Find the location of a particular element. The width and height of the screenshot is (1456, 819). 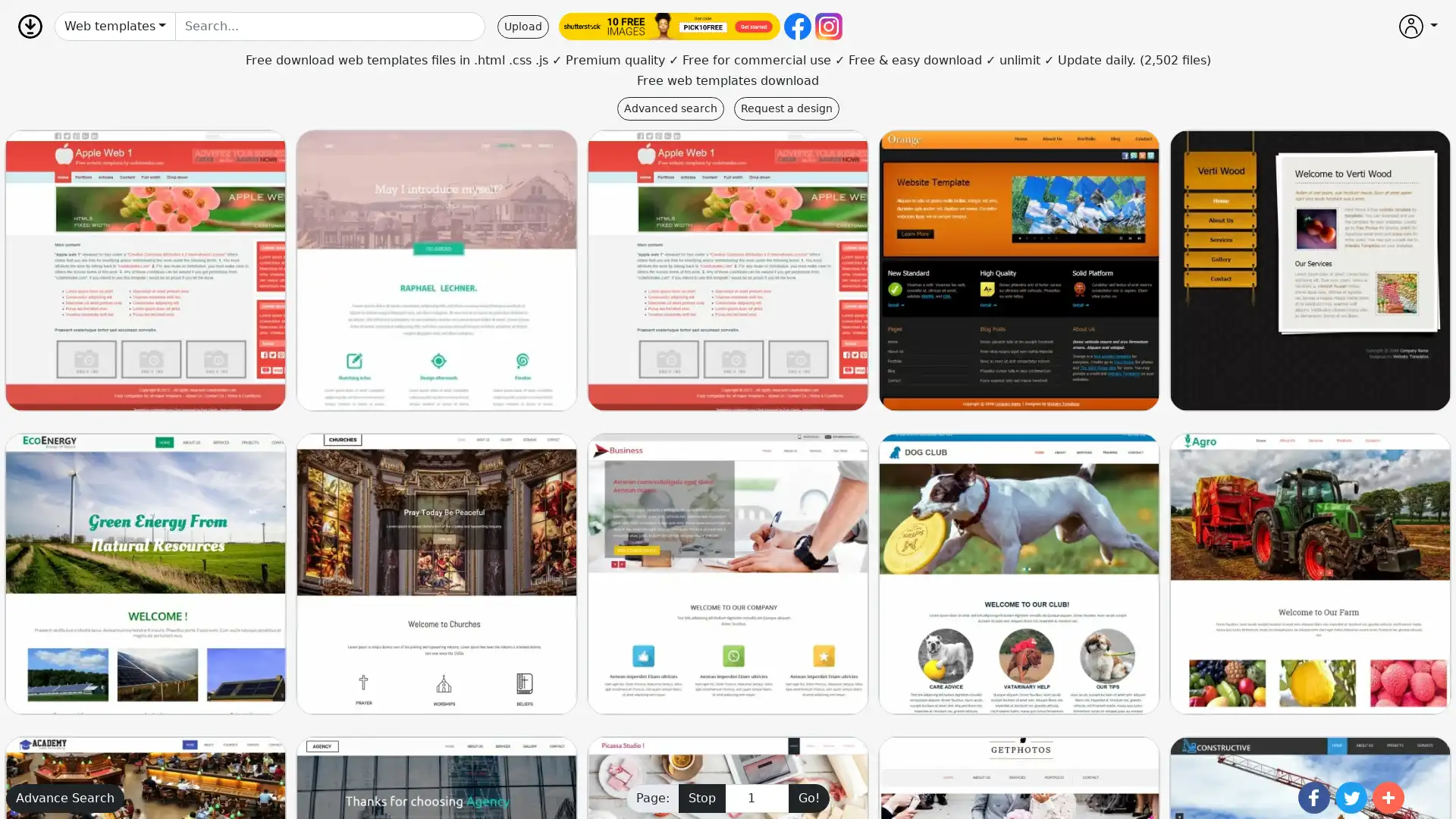

Go! is located at coordinates (808, 798).